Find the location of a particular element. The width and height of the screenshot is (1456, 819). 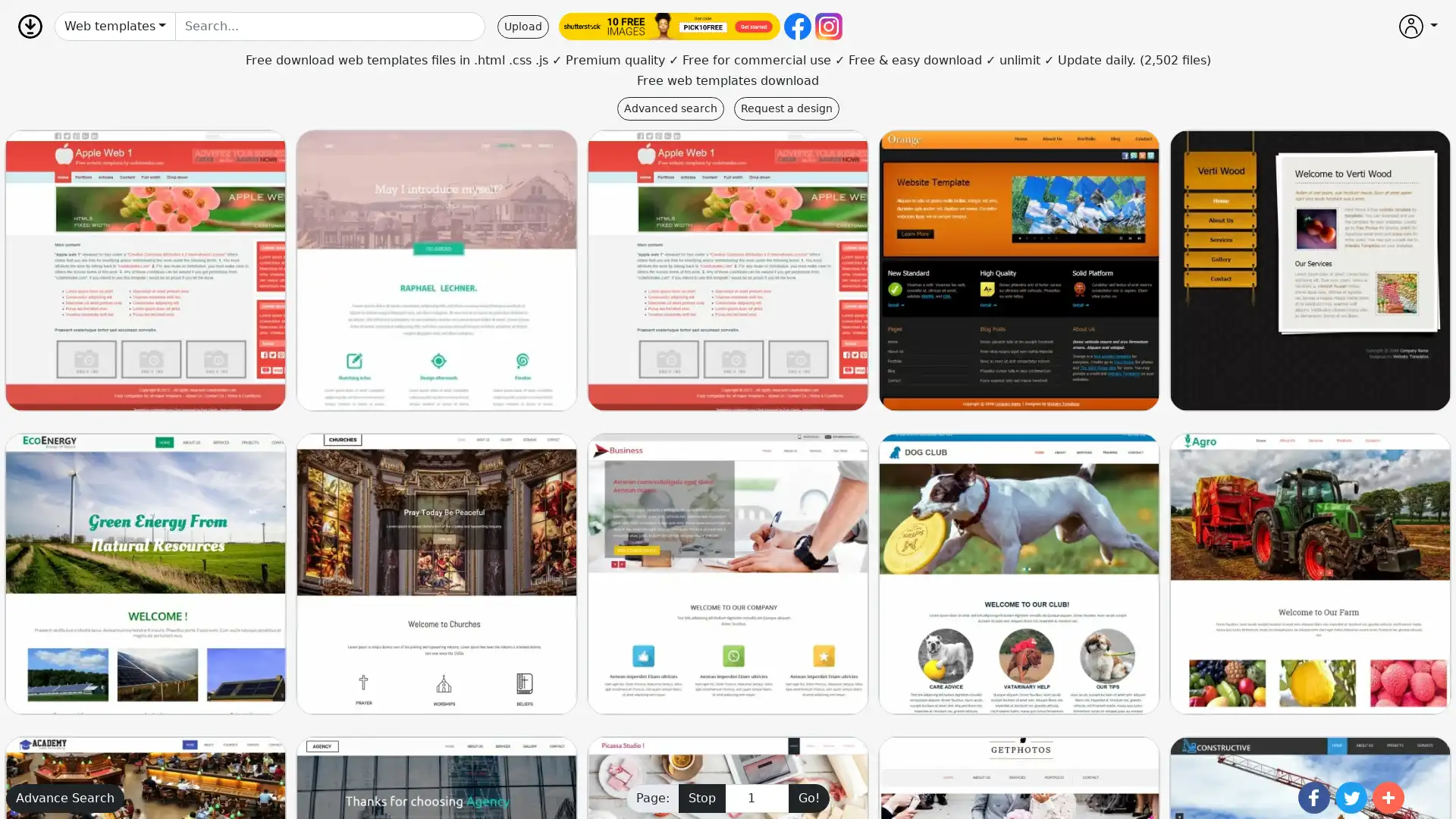

Go! is located at coordinates (808, 798).